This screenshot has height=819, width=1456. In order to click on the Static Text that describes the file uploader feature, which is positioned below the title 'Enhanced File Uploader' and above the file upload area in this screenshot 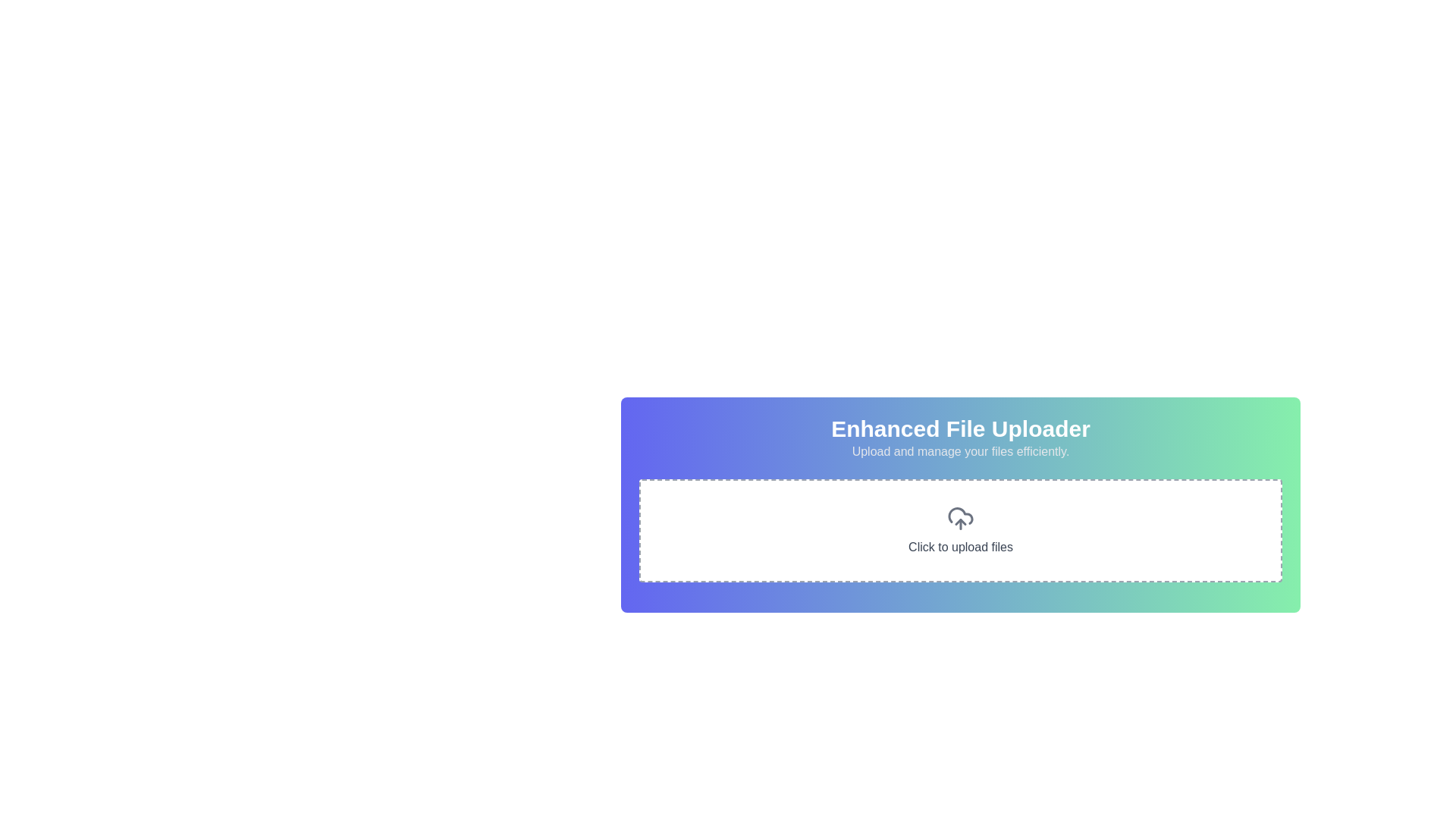, I will do `click(960, 451)`.